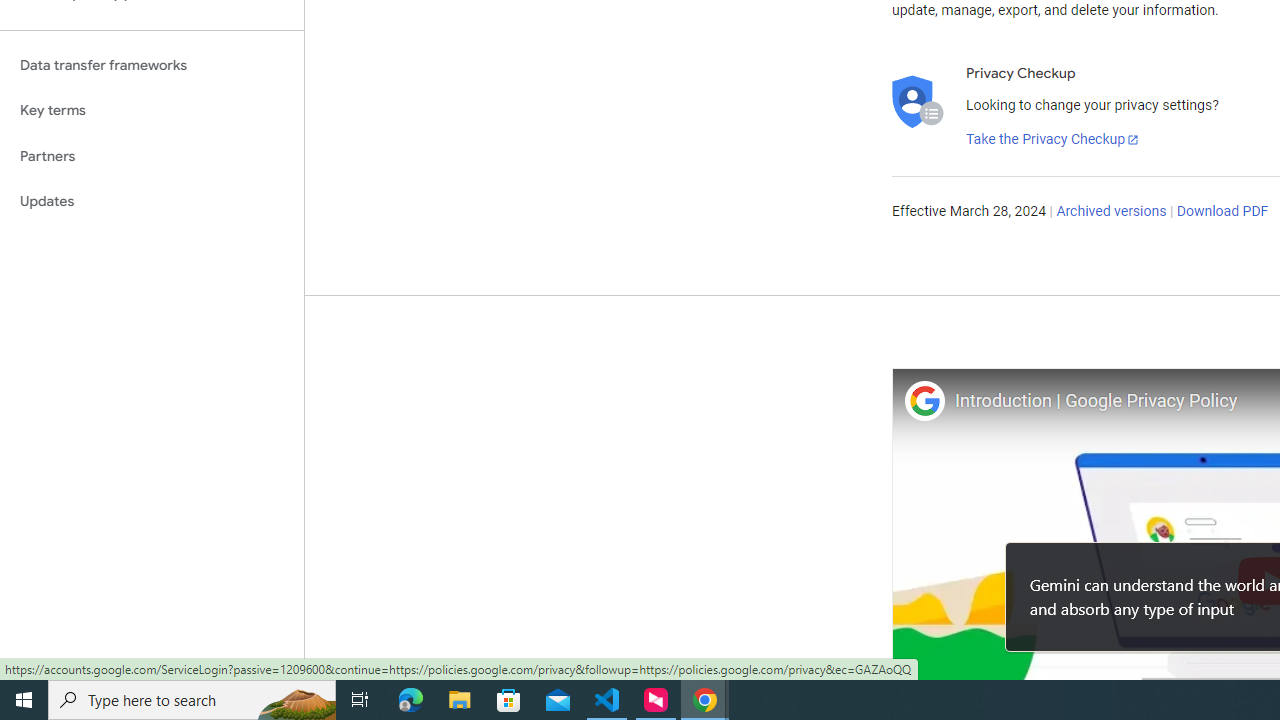 The width and height of the screenshot is (1280, 720). I want to click on 'Download PDF', so click(1221, 212).